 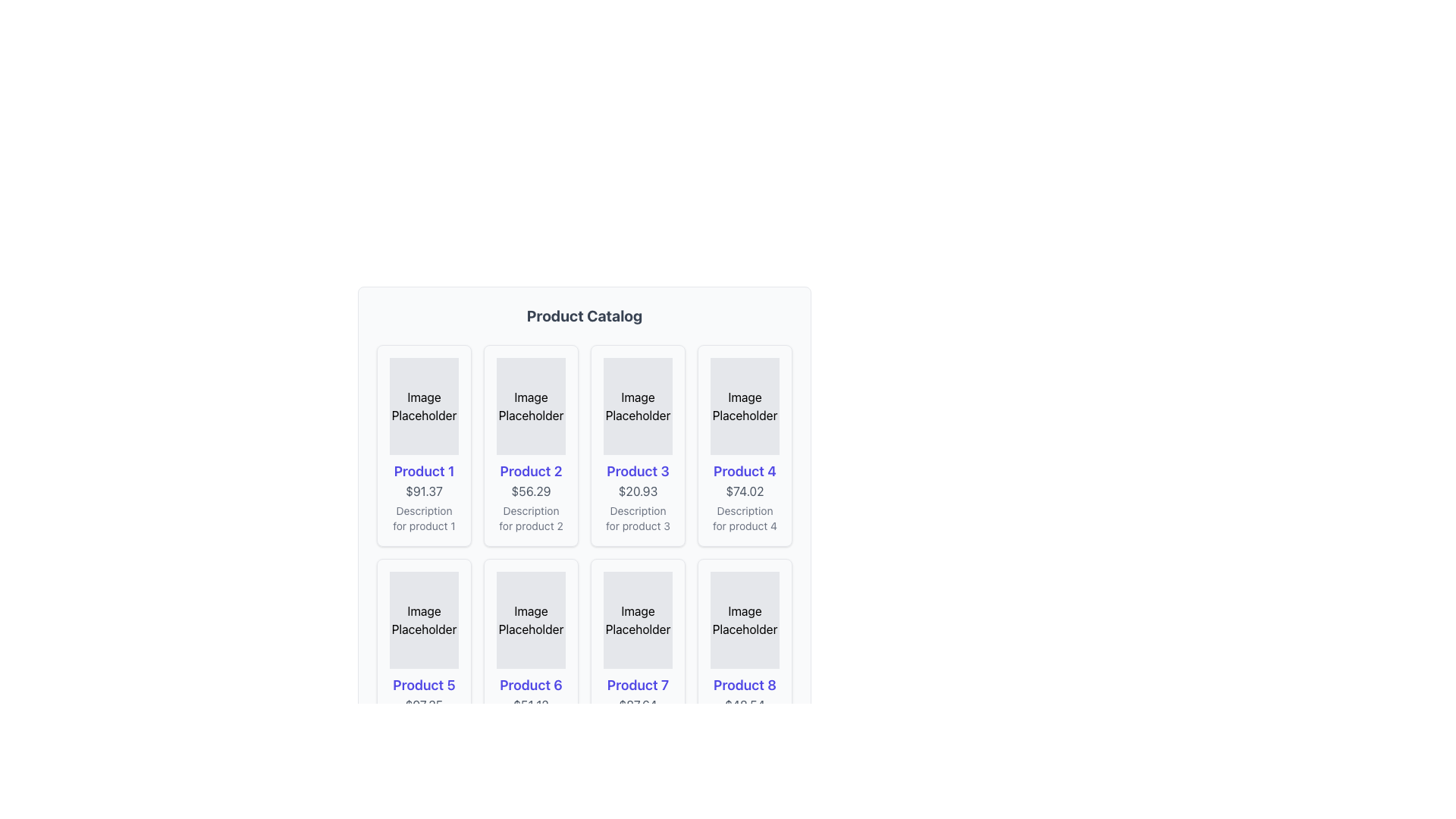 What do you see at coordinates (638, 406) in the screenshot?
I see `the Static Informational Area containing the text 'Image Placeholder' at the top of the card layout for 'Product 3'` at bounding box center [638, 406].